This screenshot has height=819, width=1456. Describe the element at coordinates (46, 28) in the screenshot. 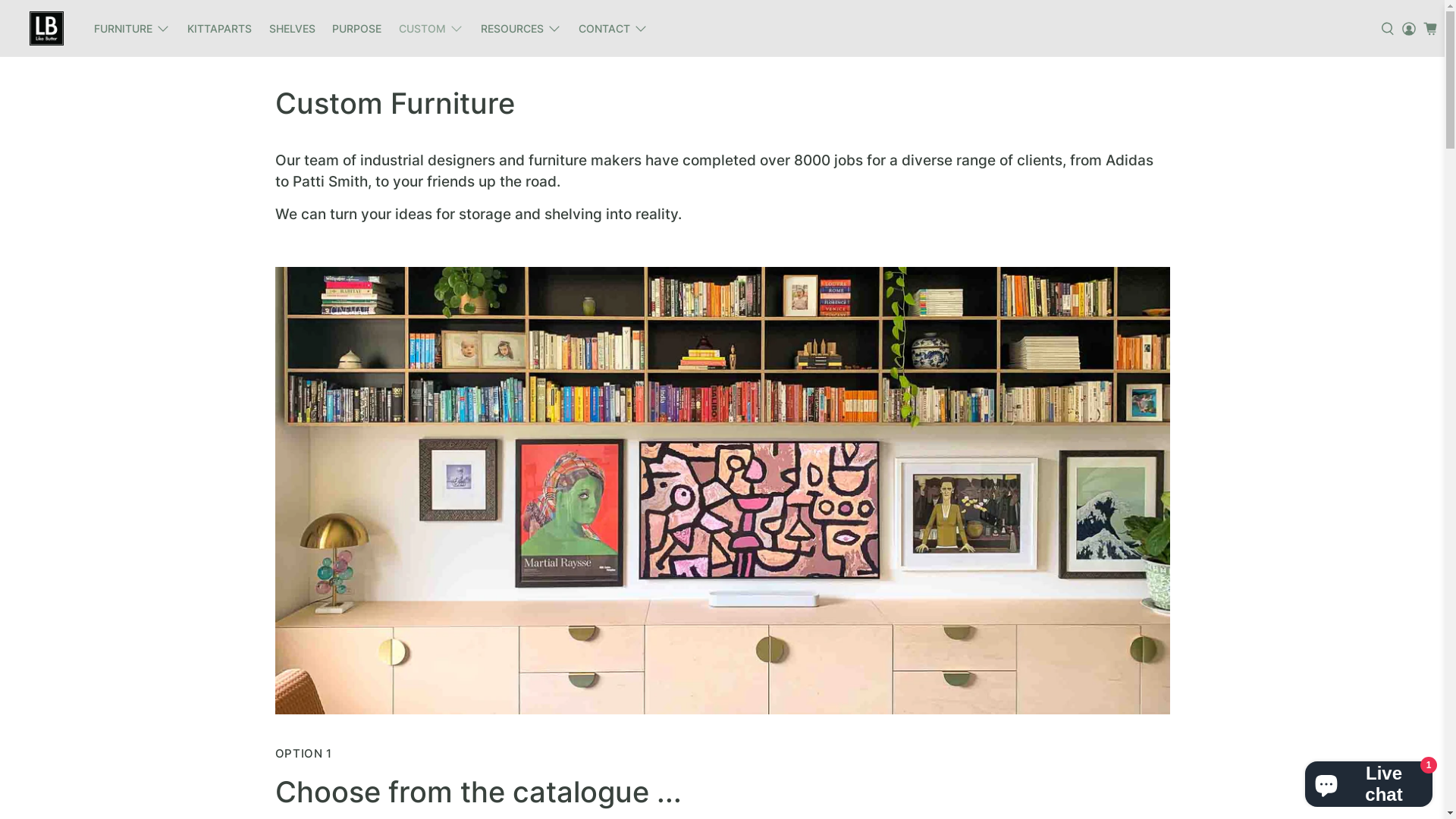

I see `'Like Butter Pty Ltd'` at that location.